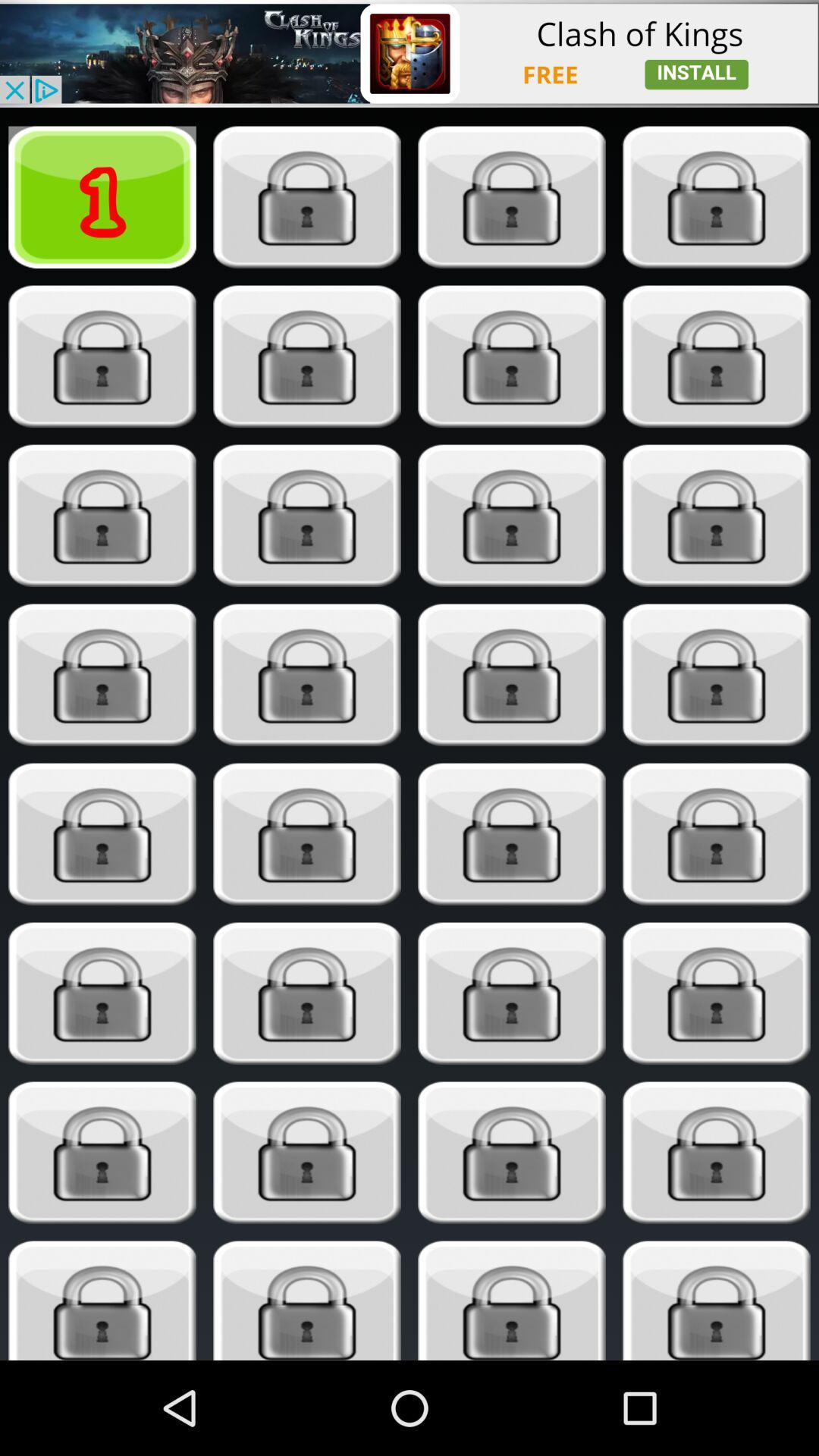  What do you see at coordinates (307, 833) in the screenshot?
I see `unlock item` at bounding box center [307, 833].